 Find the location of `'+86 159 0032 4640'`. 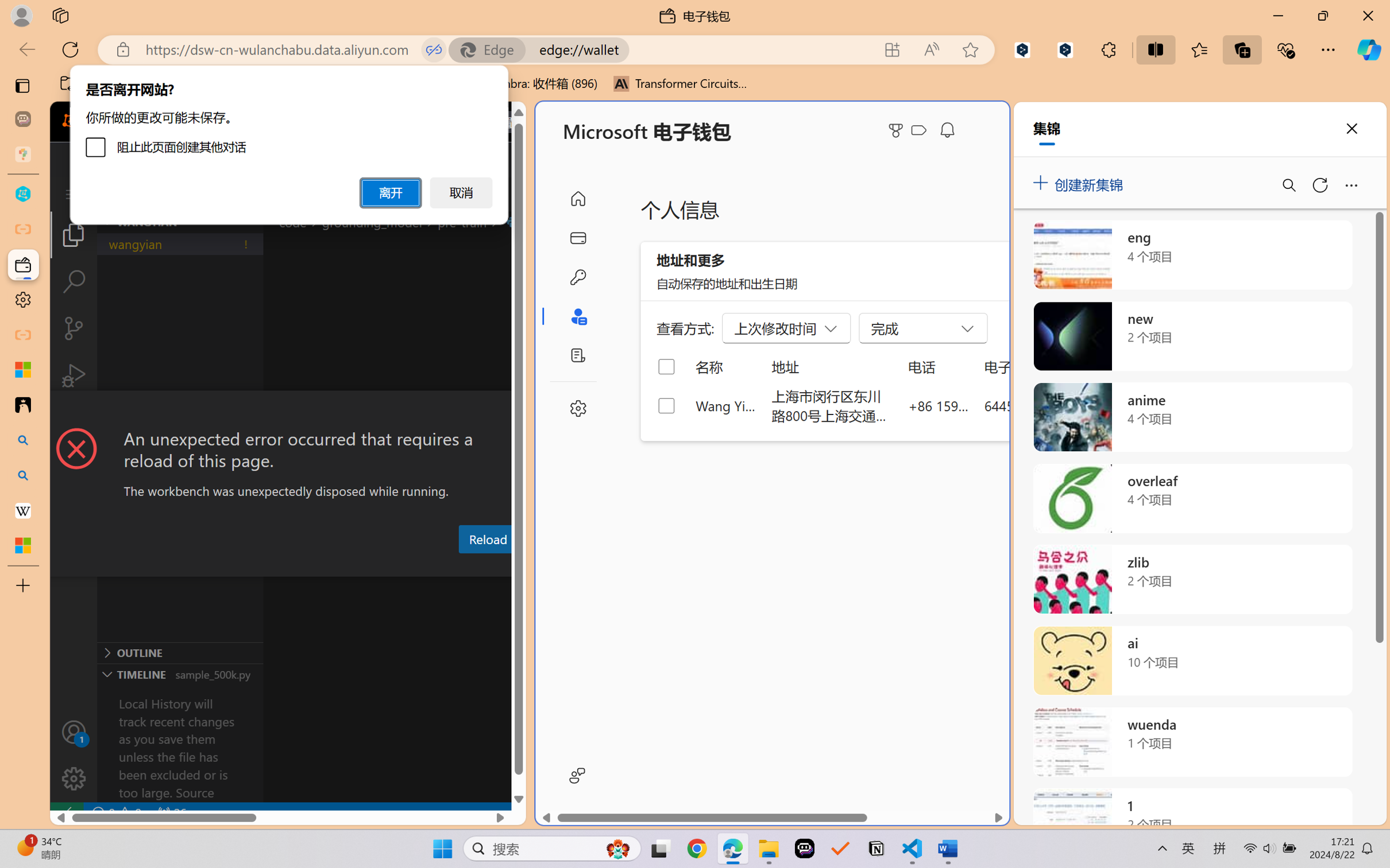

'+86 159 0032 4640' is located at coordinates (939, 405).